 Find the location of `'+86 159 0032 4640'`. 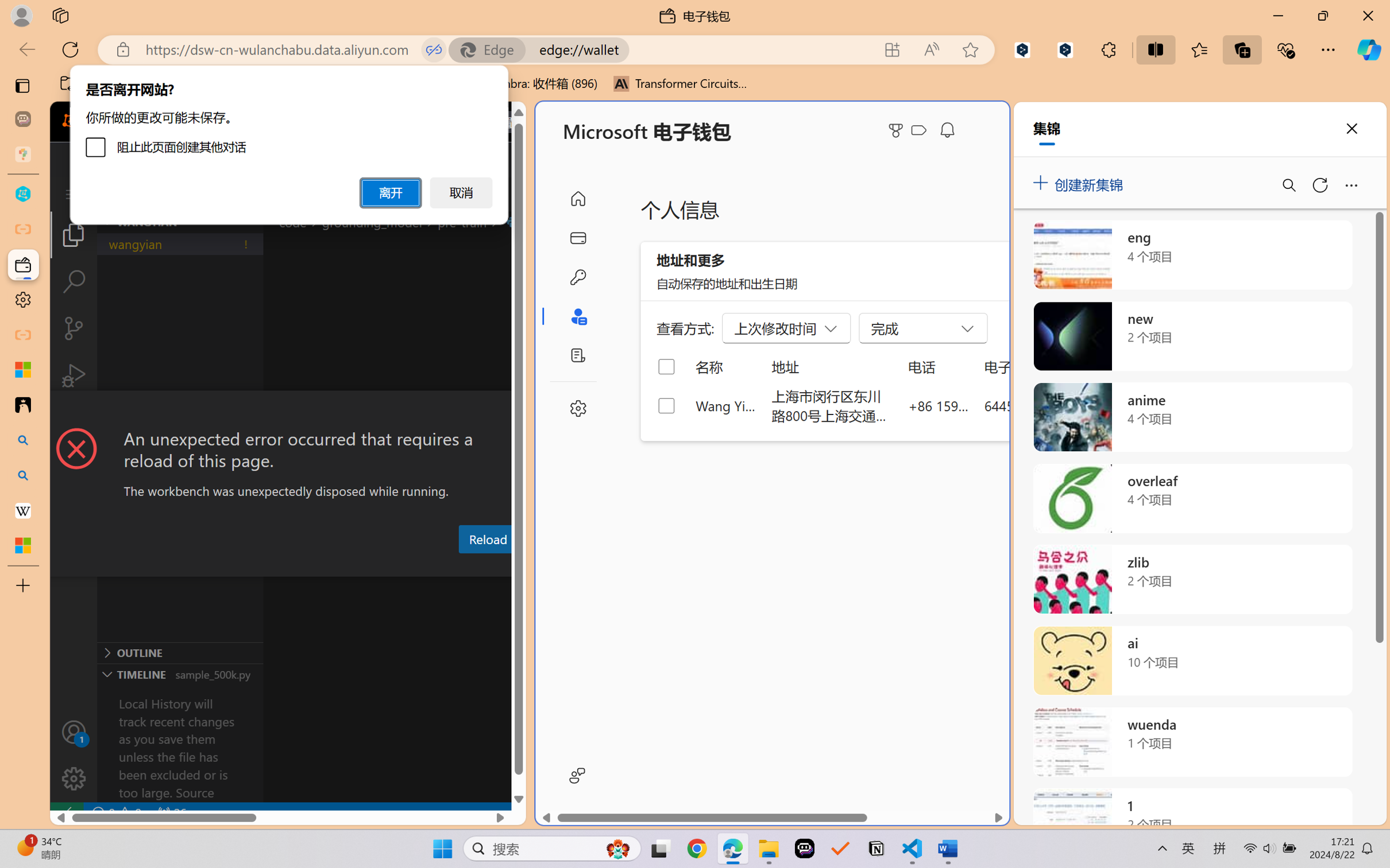

'+86 159 0032 4640' is located at coordinates (939, 405).